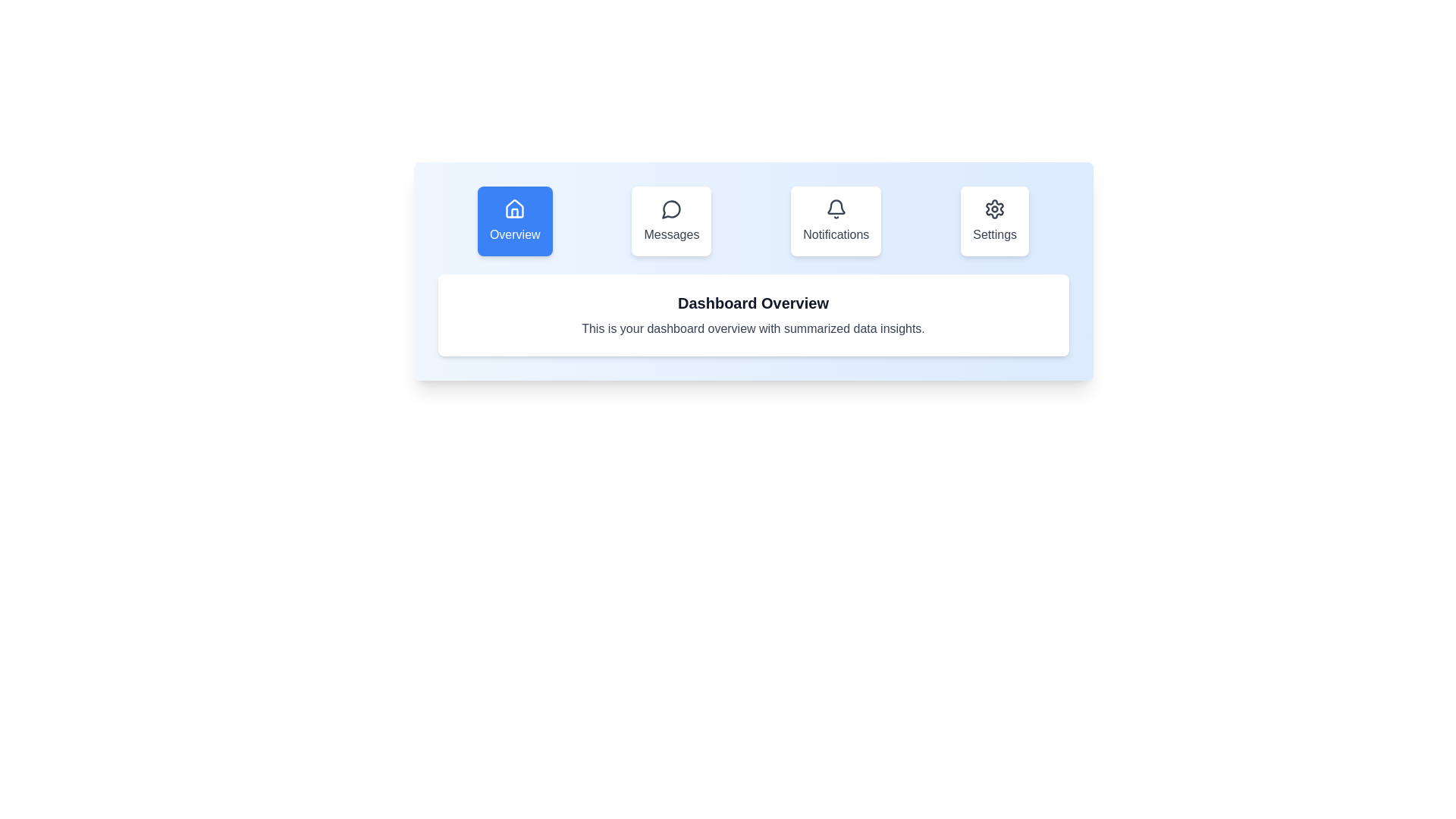 This screenshot has height=819, width=1456. What do you see at coordinates (835, 221) in the screenshot?
I see `the 'Notifications' button featuring a bell icon` at bounding box center [835, 221].